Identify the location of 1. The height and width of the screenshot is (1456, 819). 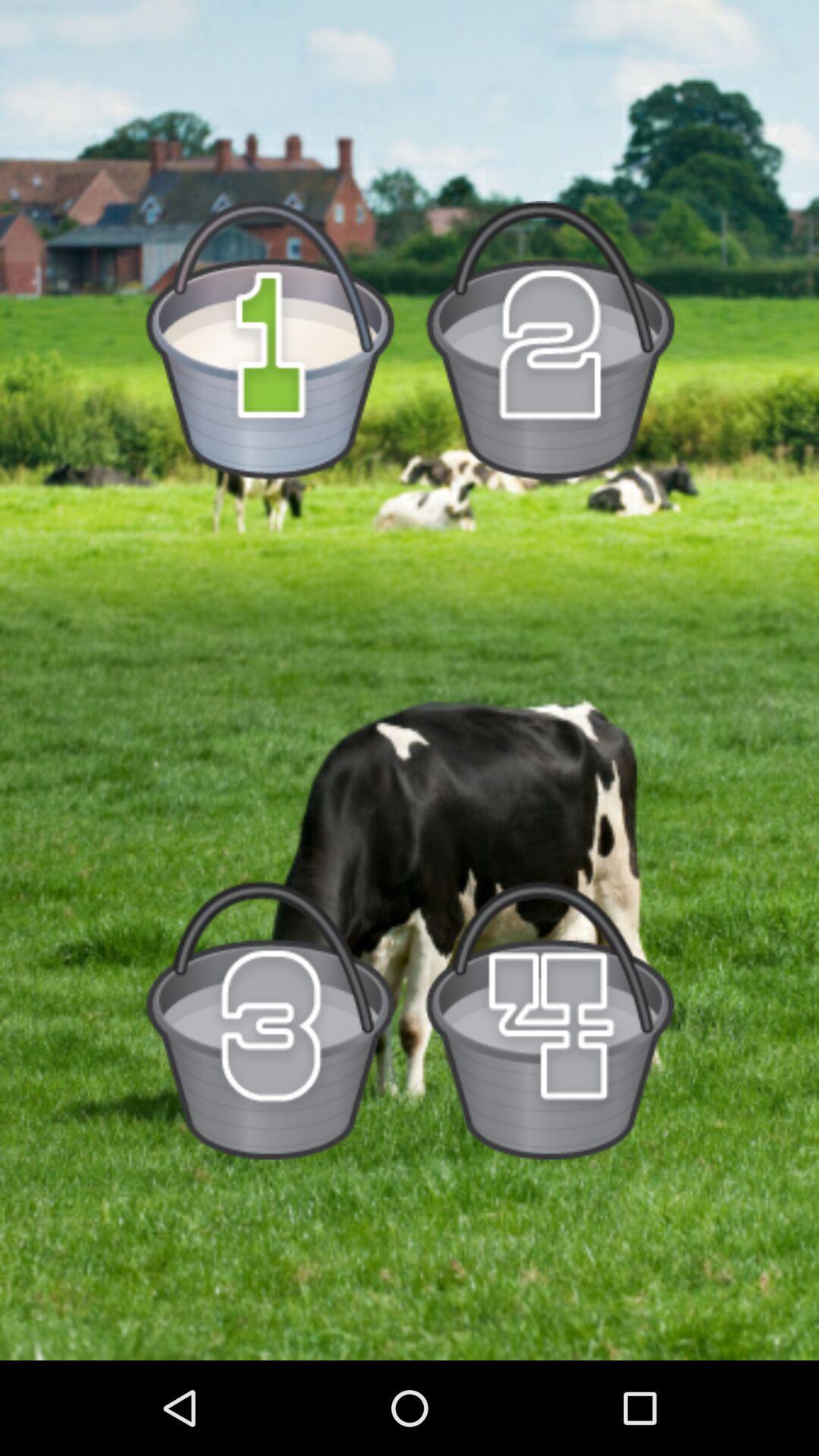
(269, 339).